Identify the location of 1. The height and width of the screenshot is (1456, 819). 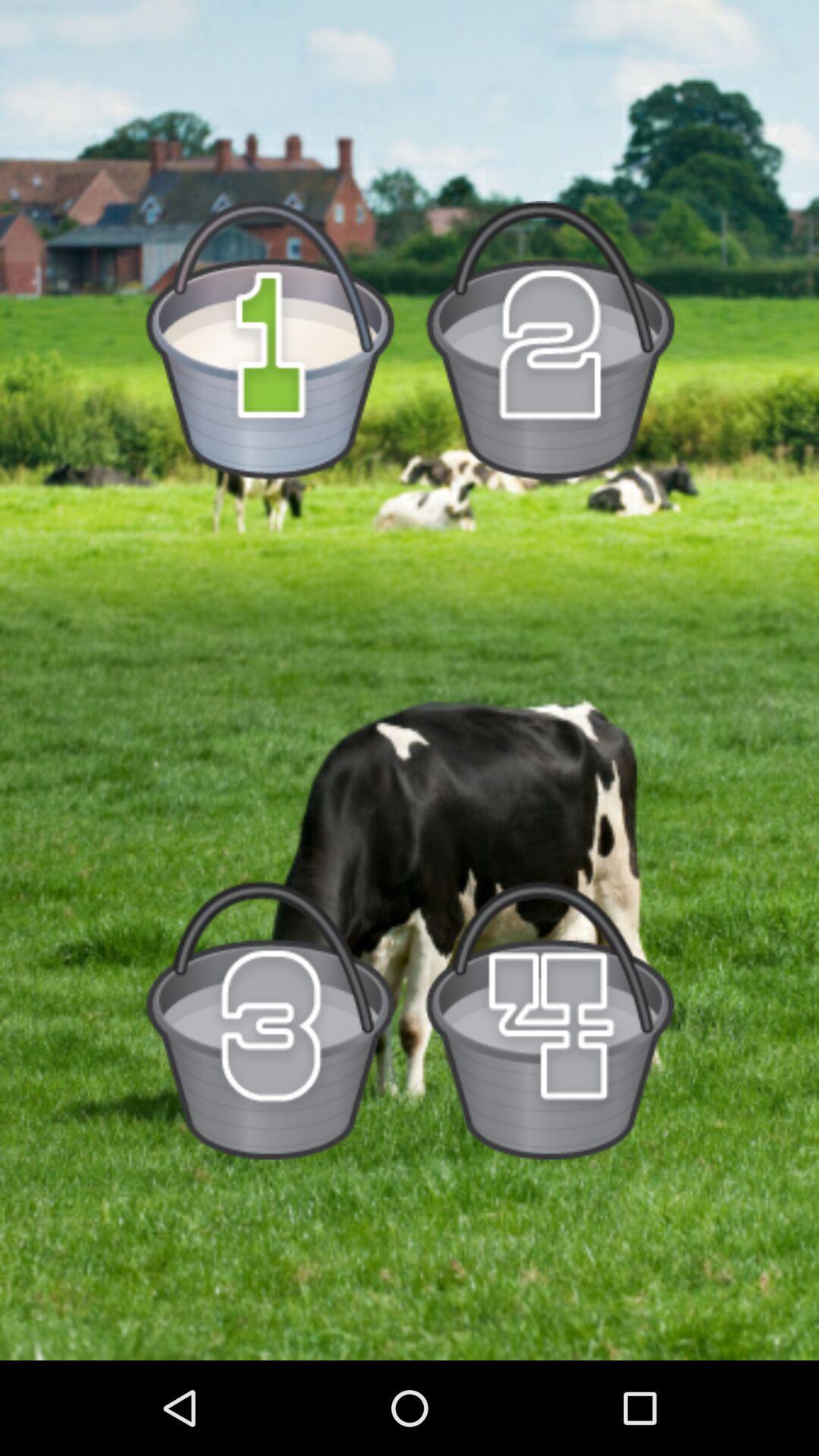
(269, 339).